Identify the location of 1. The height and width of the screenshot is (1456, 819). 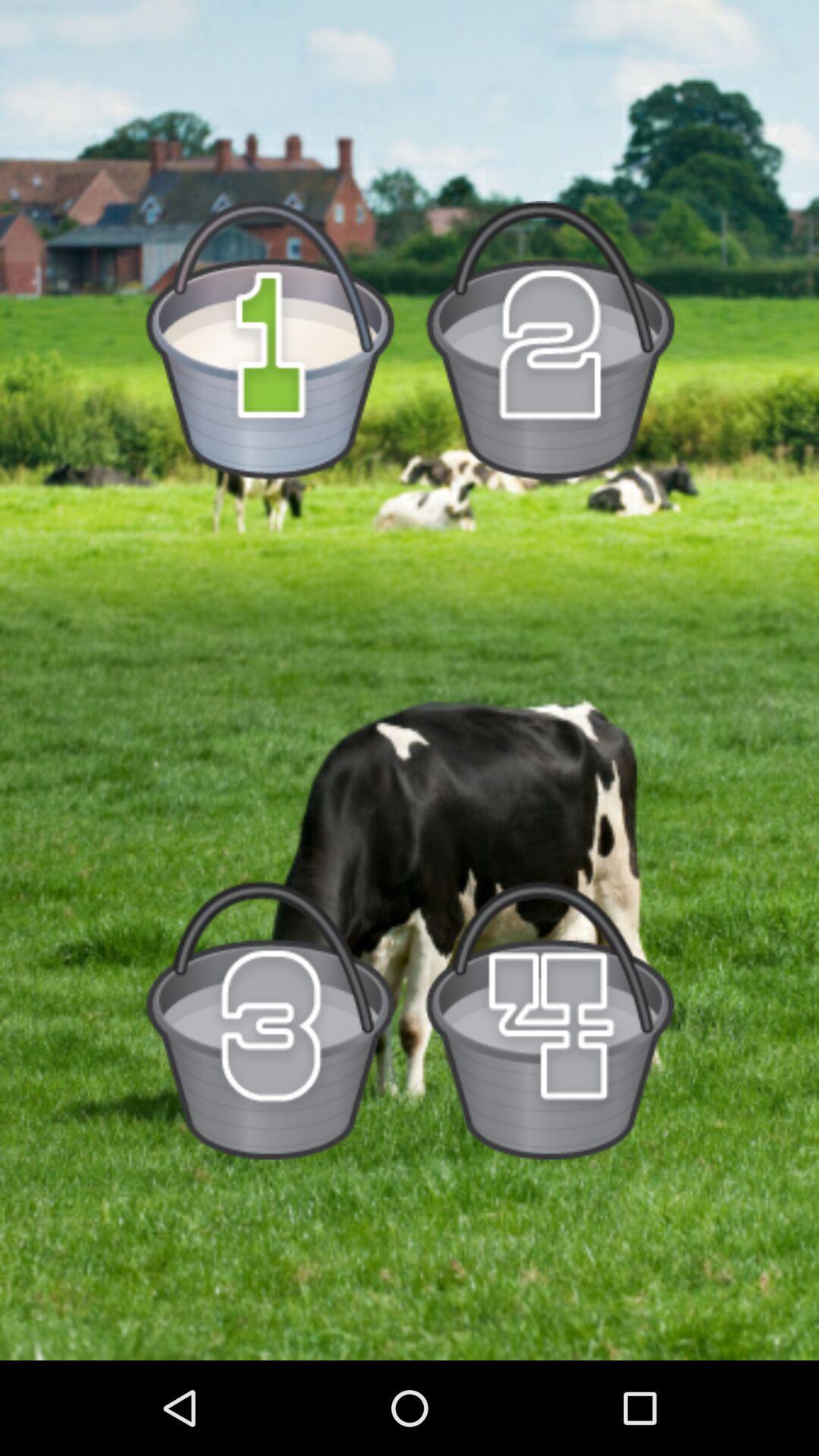
(269, 339).